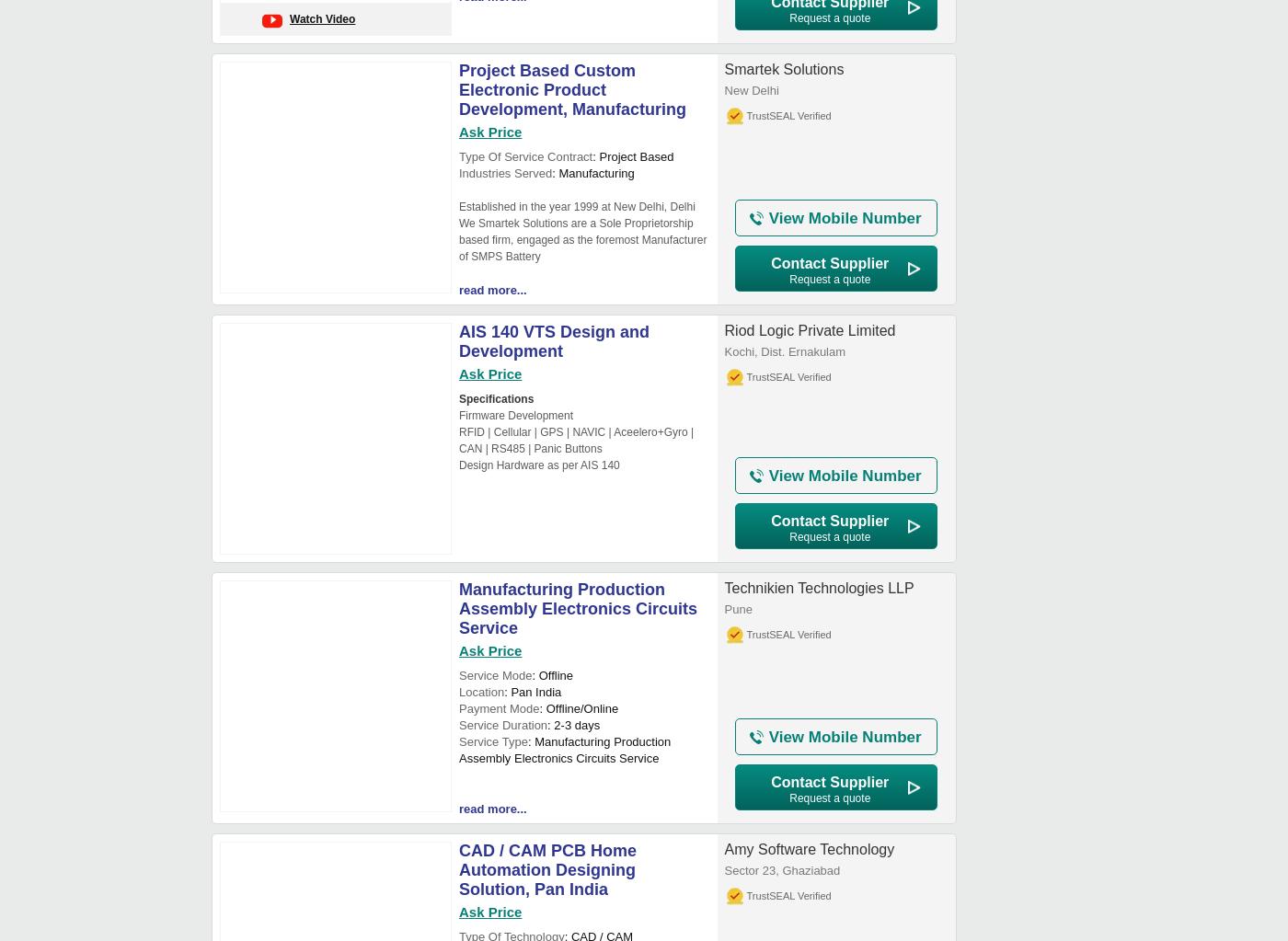  Describe the element at coordinates (592, 173) in the screenshot. I see `':  Manufacturing'` at that location.